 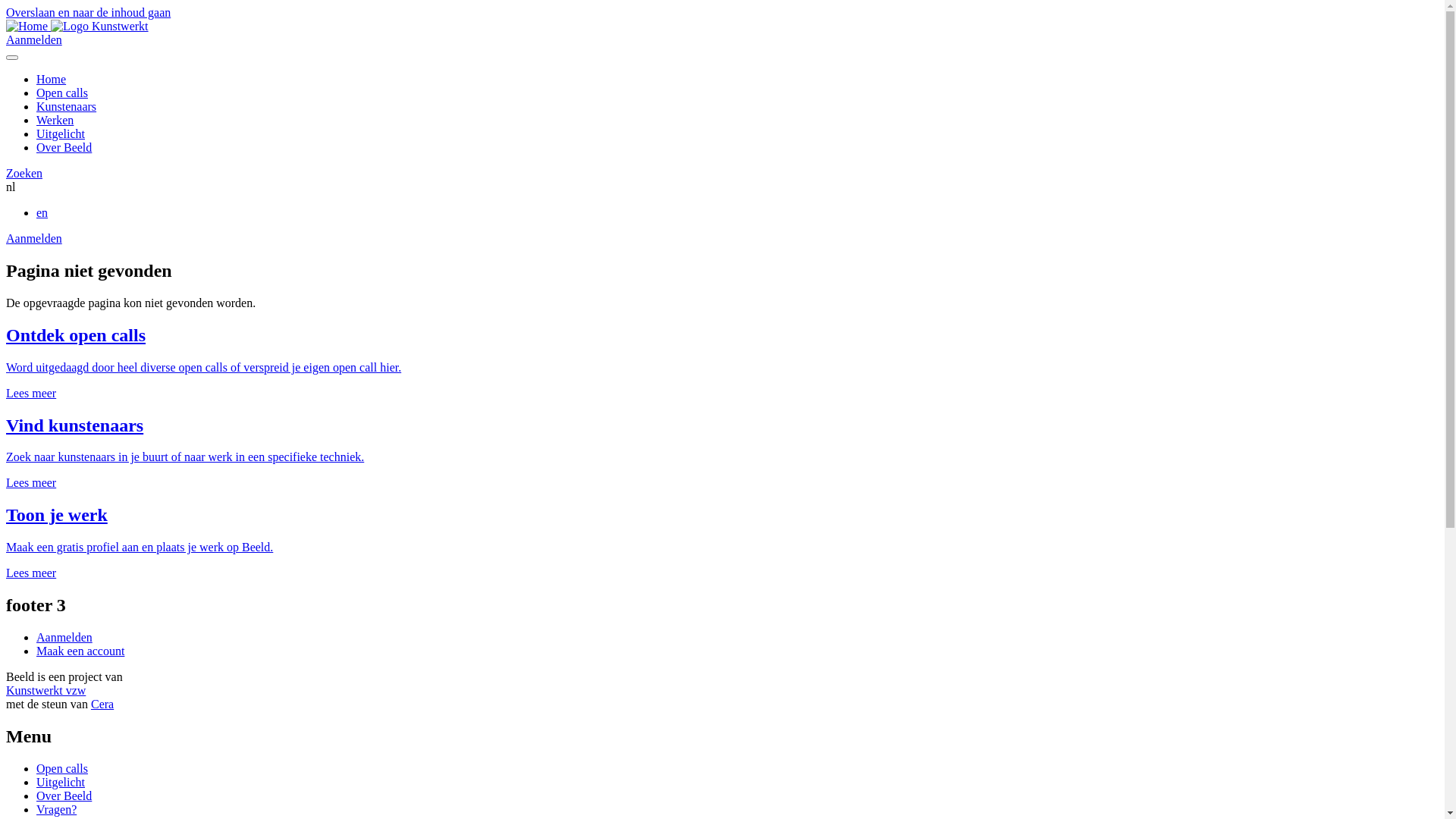 I want to click on 'Open calls', so click(x=61, y=93).